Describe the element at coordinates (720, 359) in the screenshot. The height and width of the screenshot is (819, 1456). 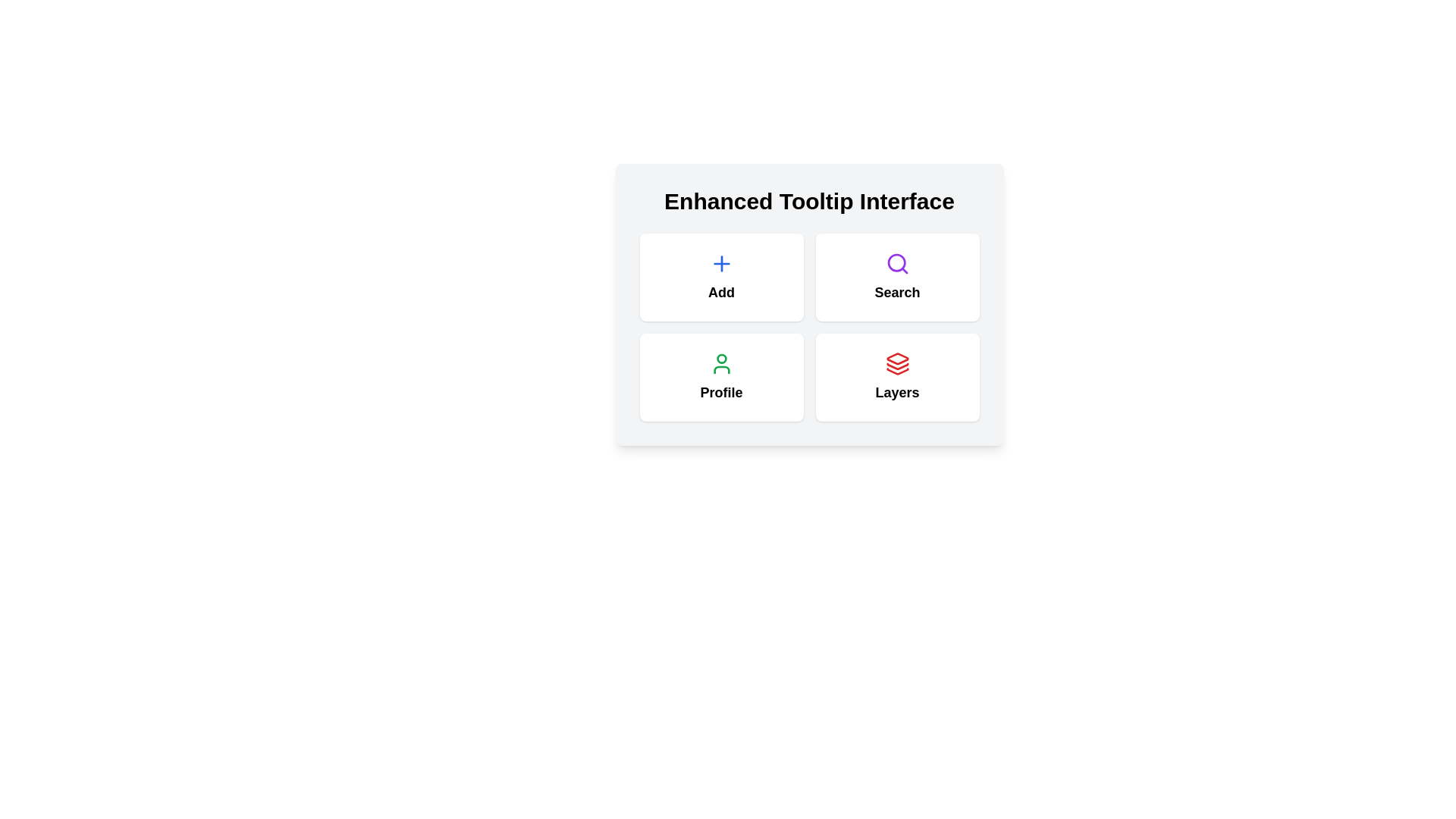
I see `the circular SVG shape representing the user profile icon, which is part of the 'Profile' button located at the lower-left among the grid of four main buttons` at that location.